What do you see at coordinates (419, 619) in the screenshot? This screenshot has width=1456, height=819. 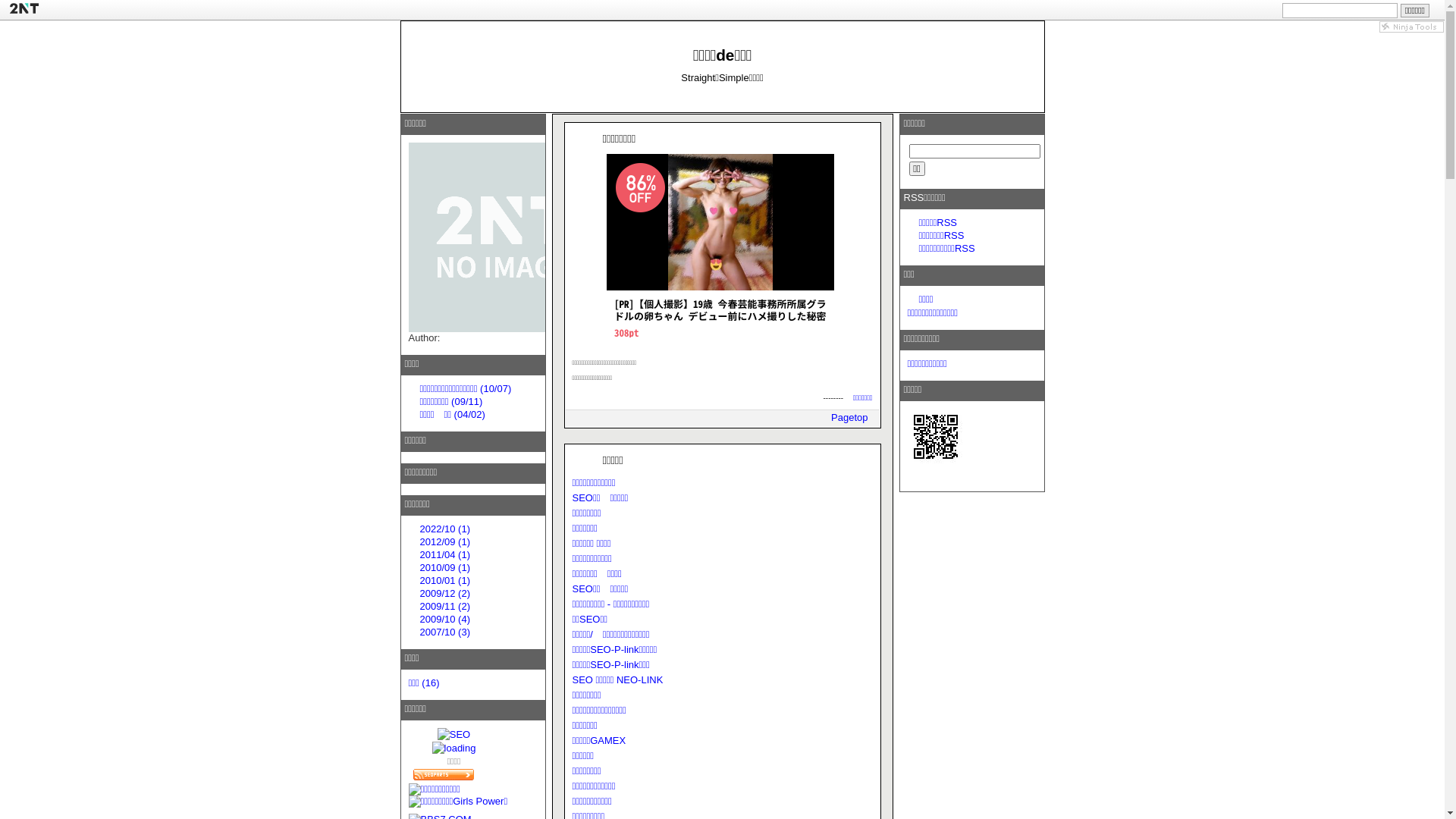 I see `'2009/10 (4)'` at bounding box center [419, 619].